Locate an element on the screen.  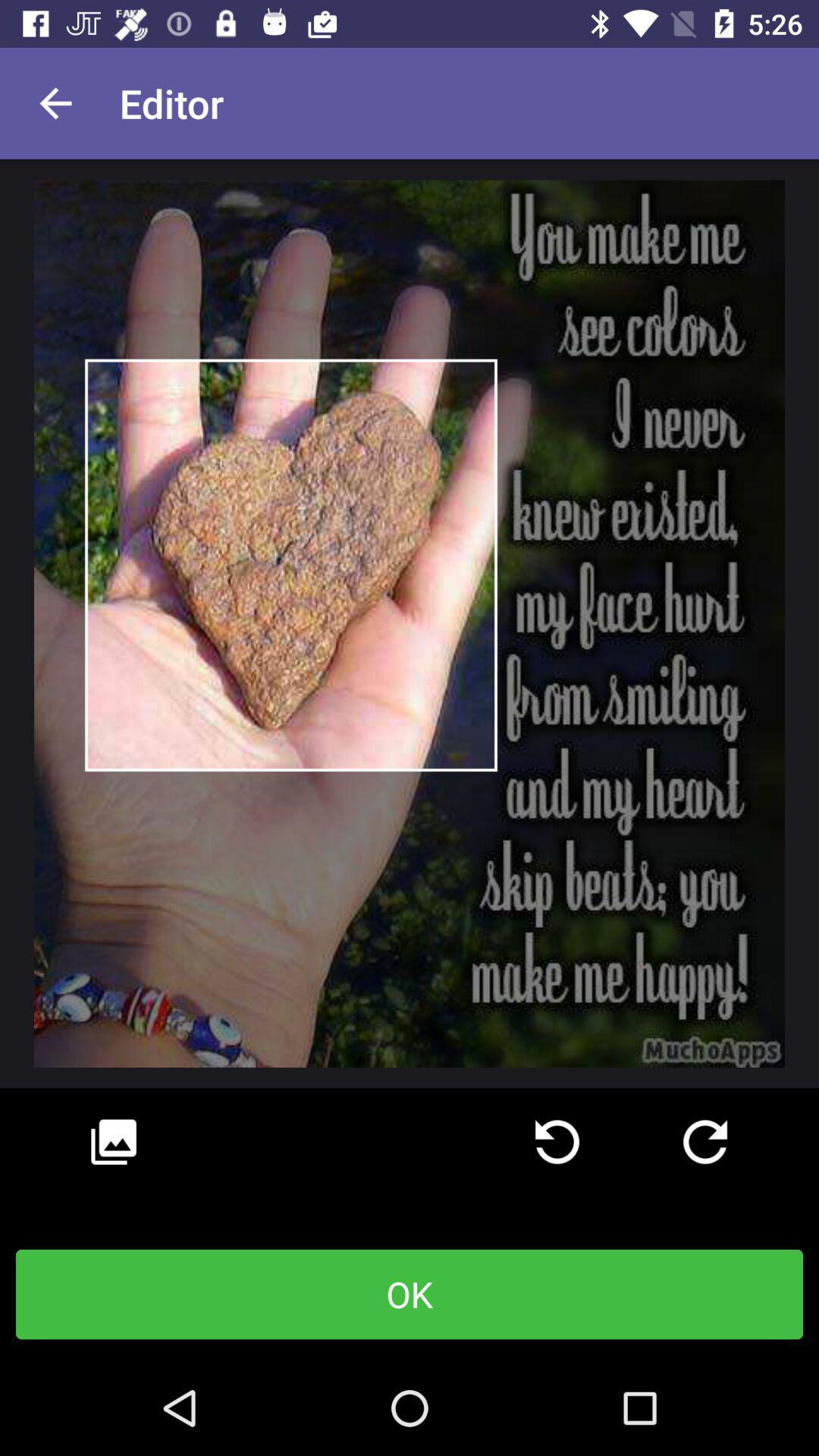
the ok item is located at coordinates (409, 1294).